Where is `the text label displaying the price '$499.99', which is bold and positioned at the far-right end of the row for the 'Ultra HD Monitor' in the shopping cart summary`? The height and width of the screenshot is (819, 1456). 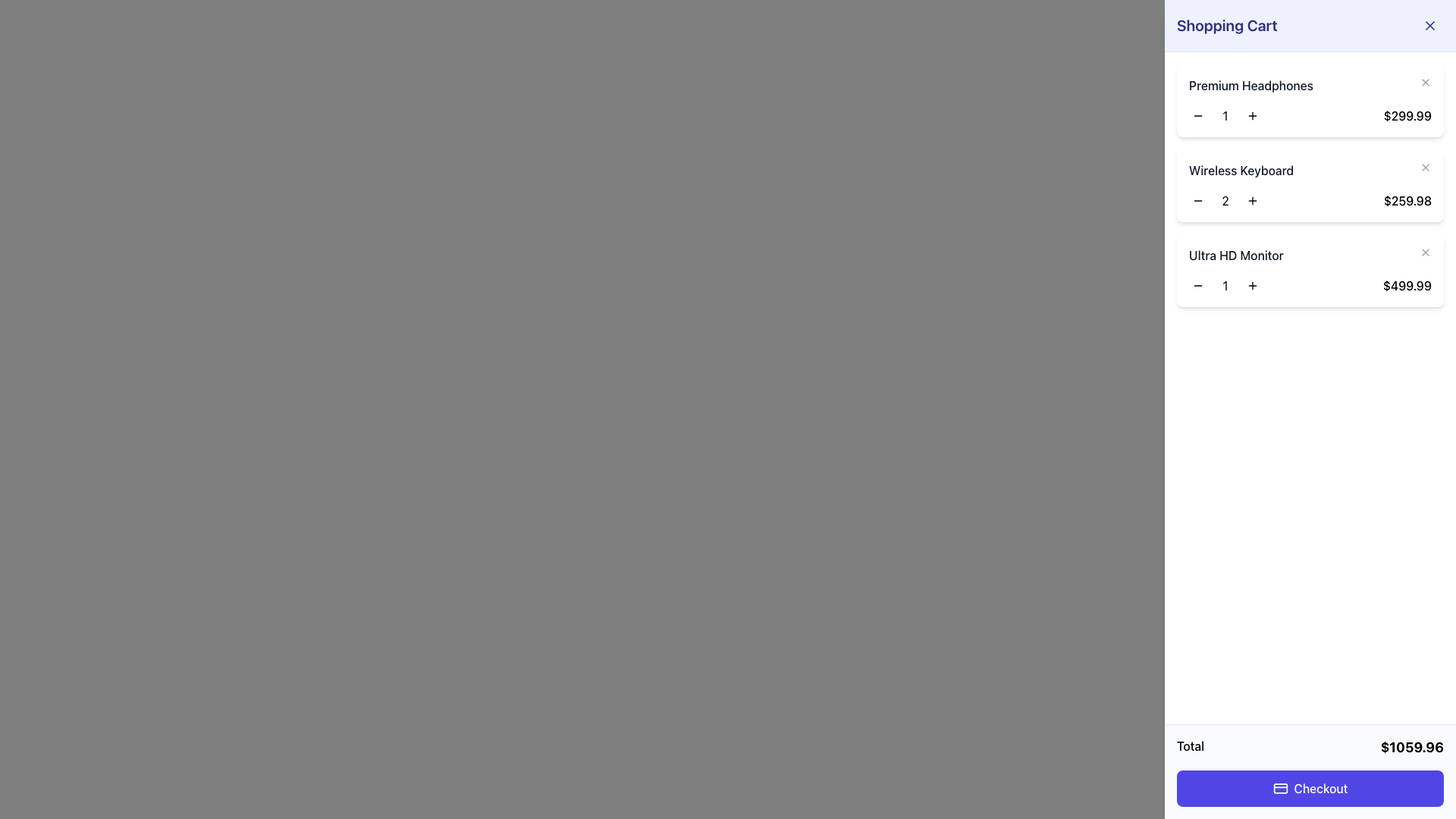 the text label displaying the price '$499.99', which is bold and positioned at the far-right end of the row for the 'Ultra HD Monitor' in the shopping cart summary is located at coordinates (1406, 286).